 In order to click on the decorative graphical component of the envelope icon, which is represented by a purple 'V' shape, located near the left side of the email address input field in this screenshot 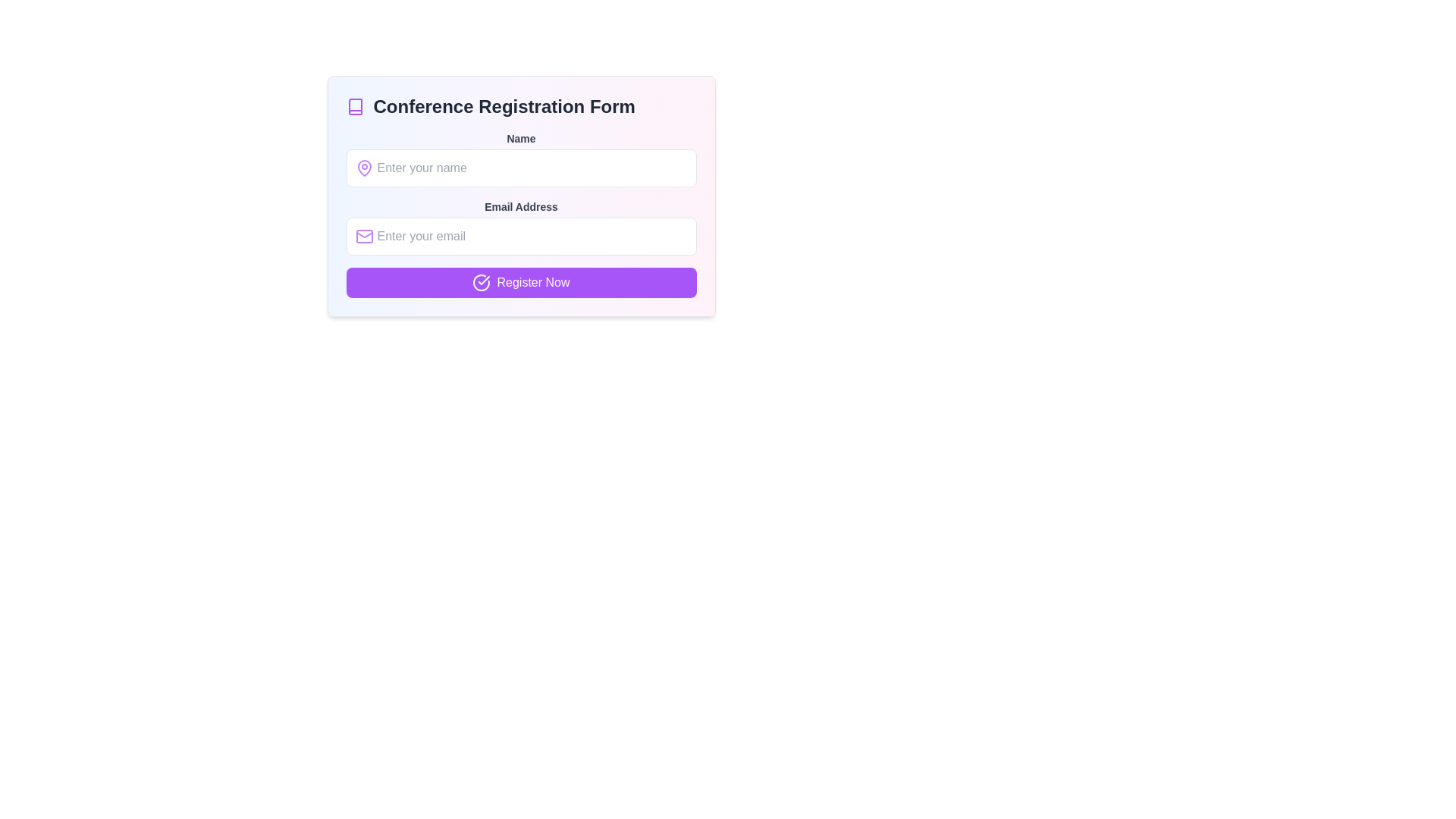, I will do `click(364, 234)`.